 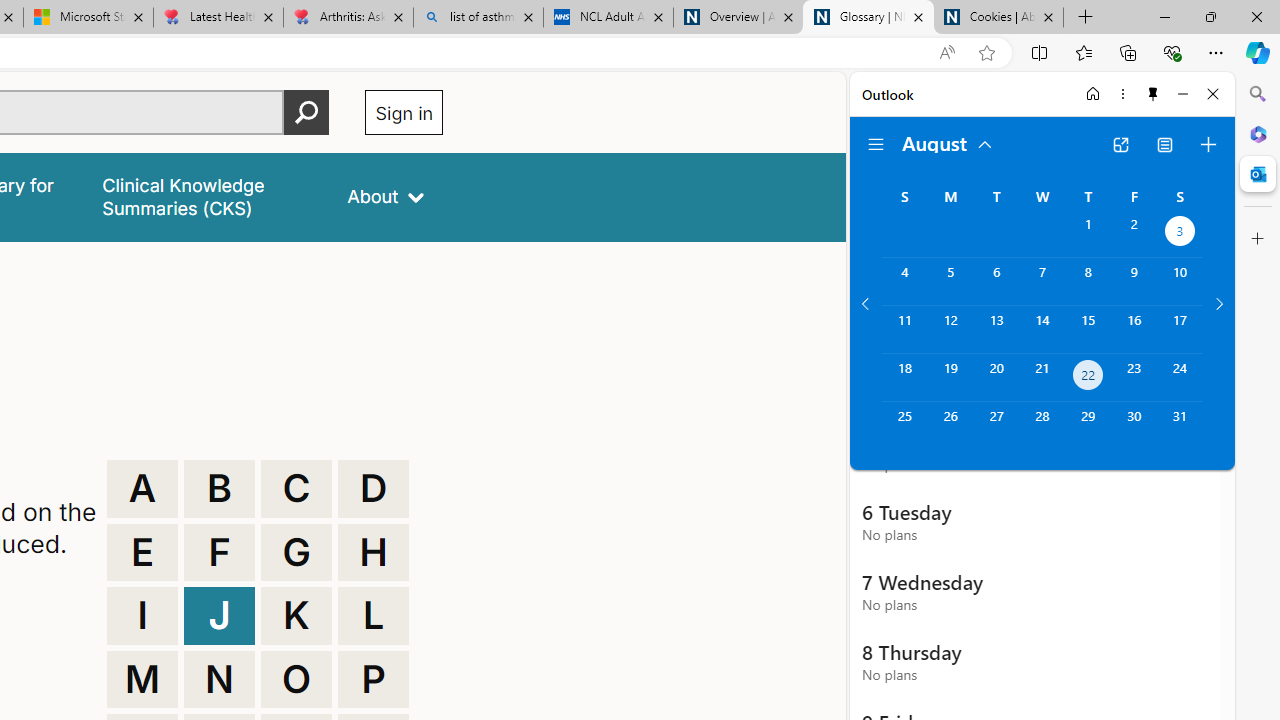 What do you see at coordinates (219, 678) in the screenshot?
I see `'N'` at bounding box center [219, 678].